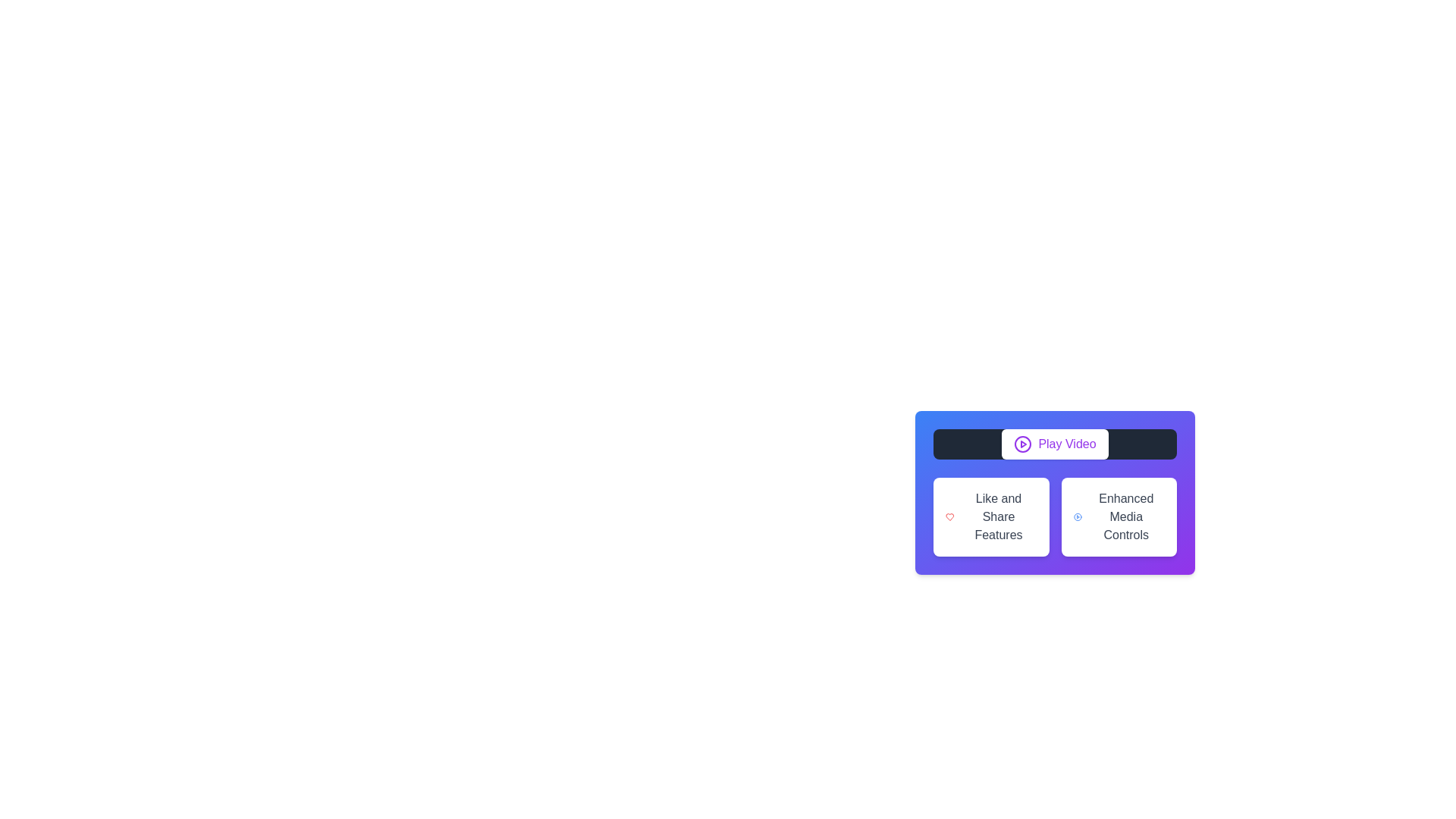  I want to click on the heart icon representing the 'like' functionality to express appreciation for the associated content, so click(949, 516).